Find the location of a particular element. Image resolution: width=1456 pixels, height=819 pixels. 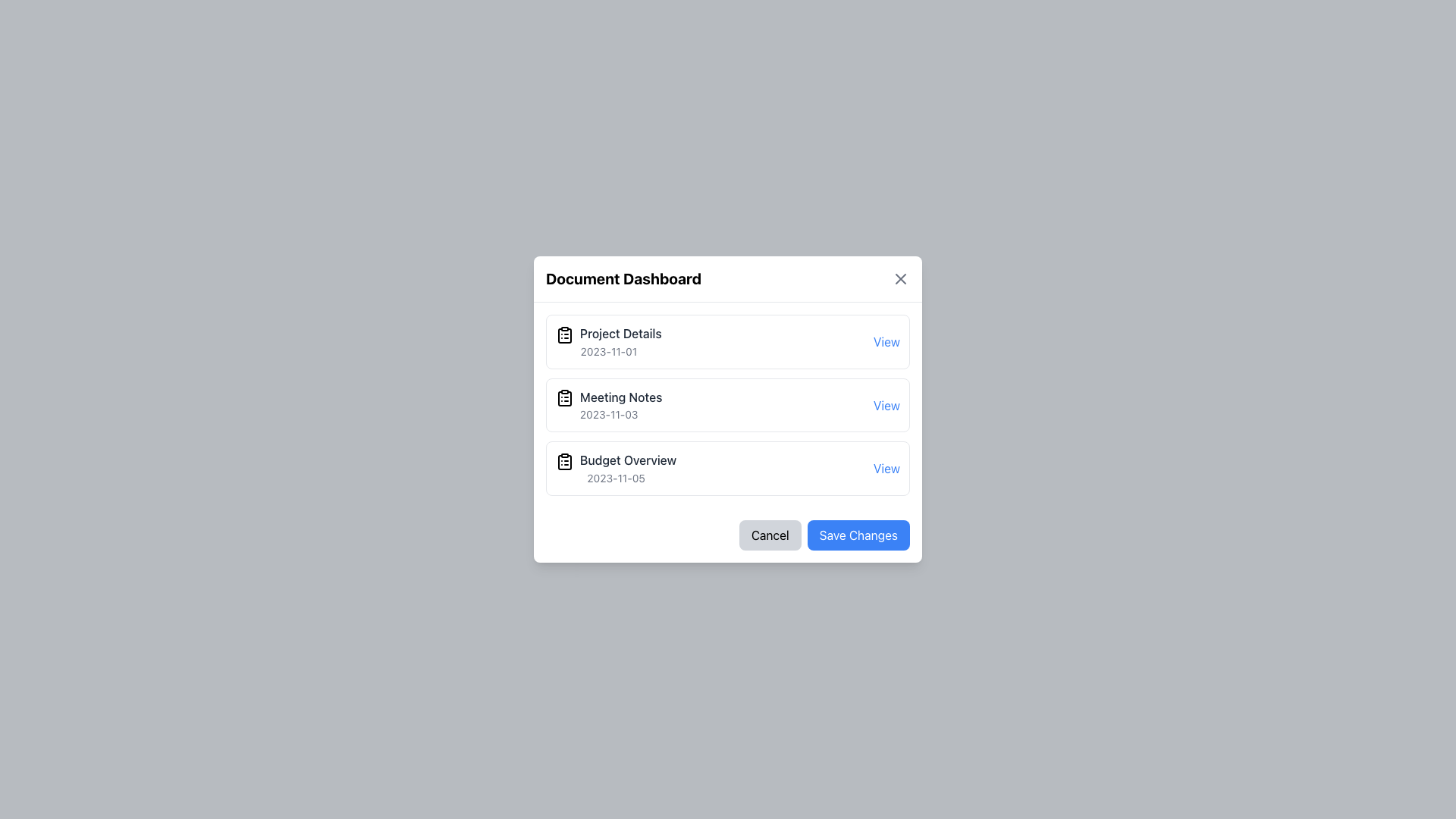

the 'Cancel' button within the Button group located at the bottom of the 'Document Dashboard' panel is located at coordinates (728, 534).